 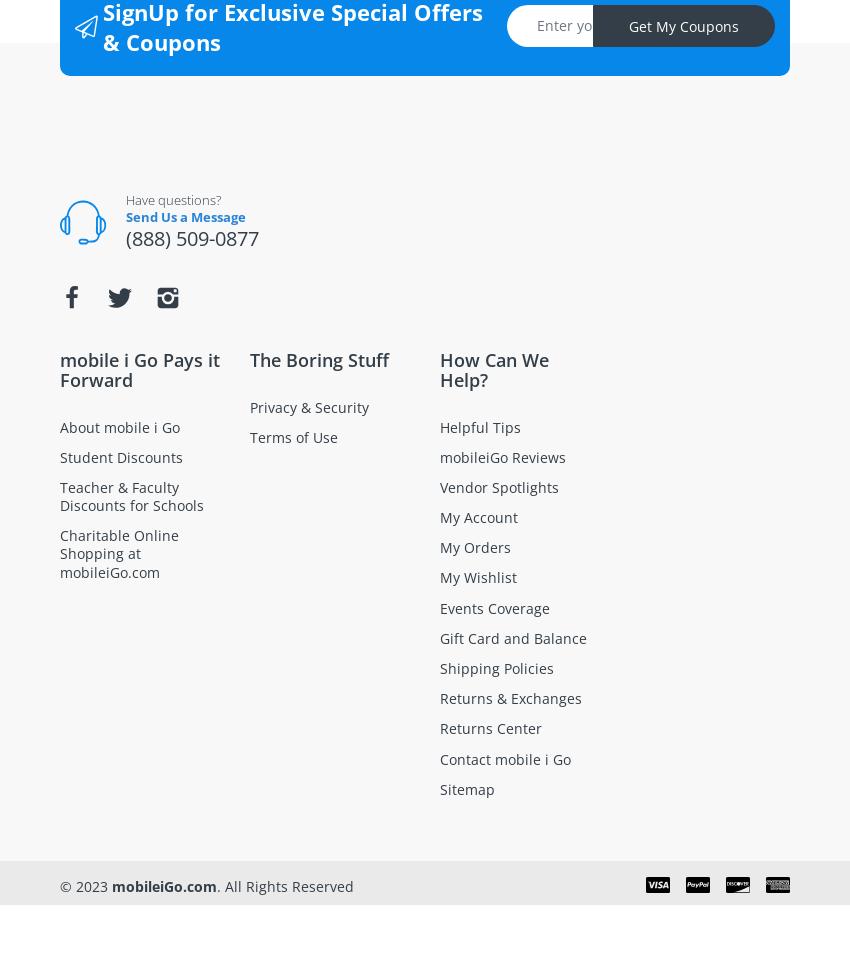 I want to click on 'How Can We Help?', so click(x=494, y=368).